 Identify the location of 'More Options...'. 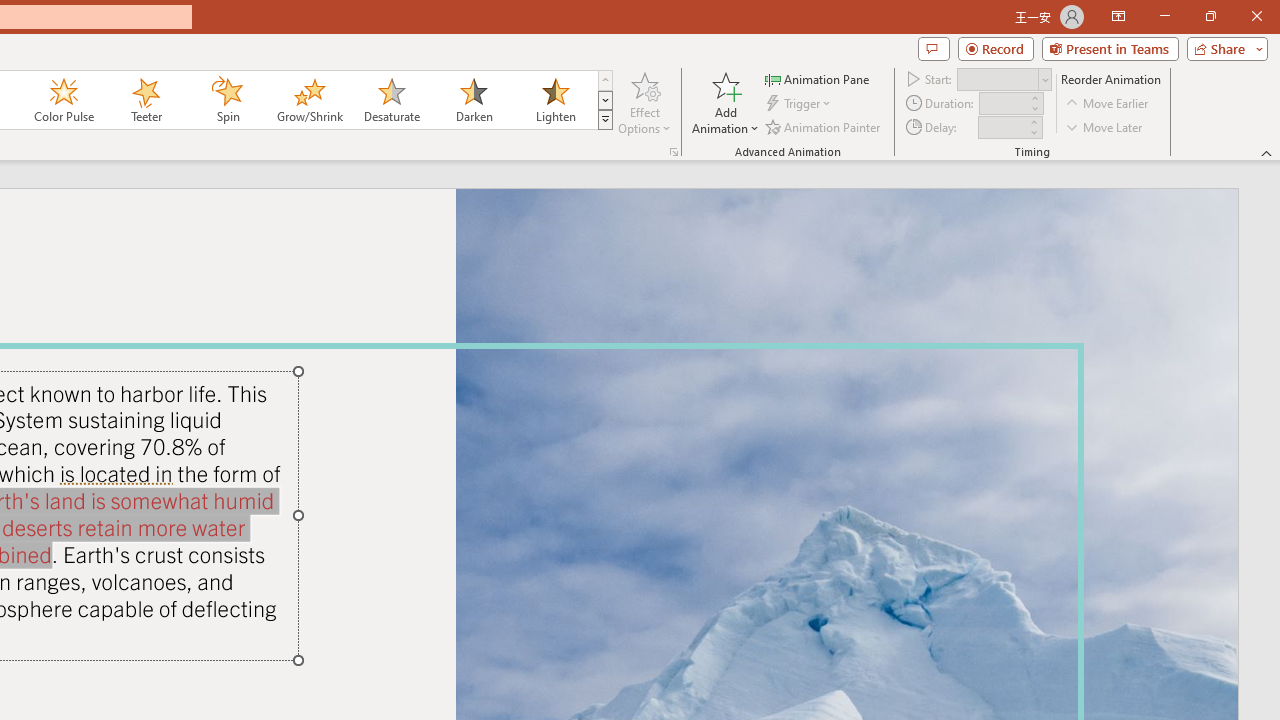
(673, 150).